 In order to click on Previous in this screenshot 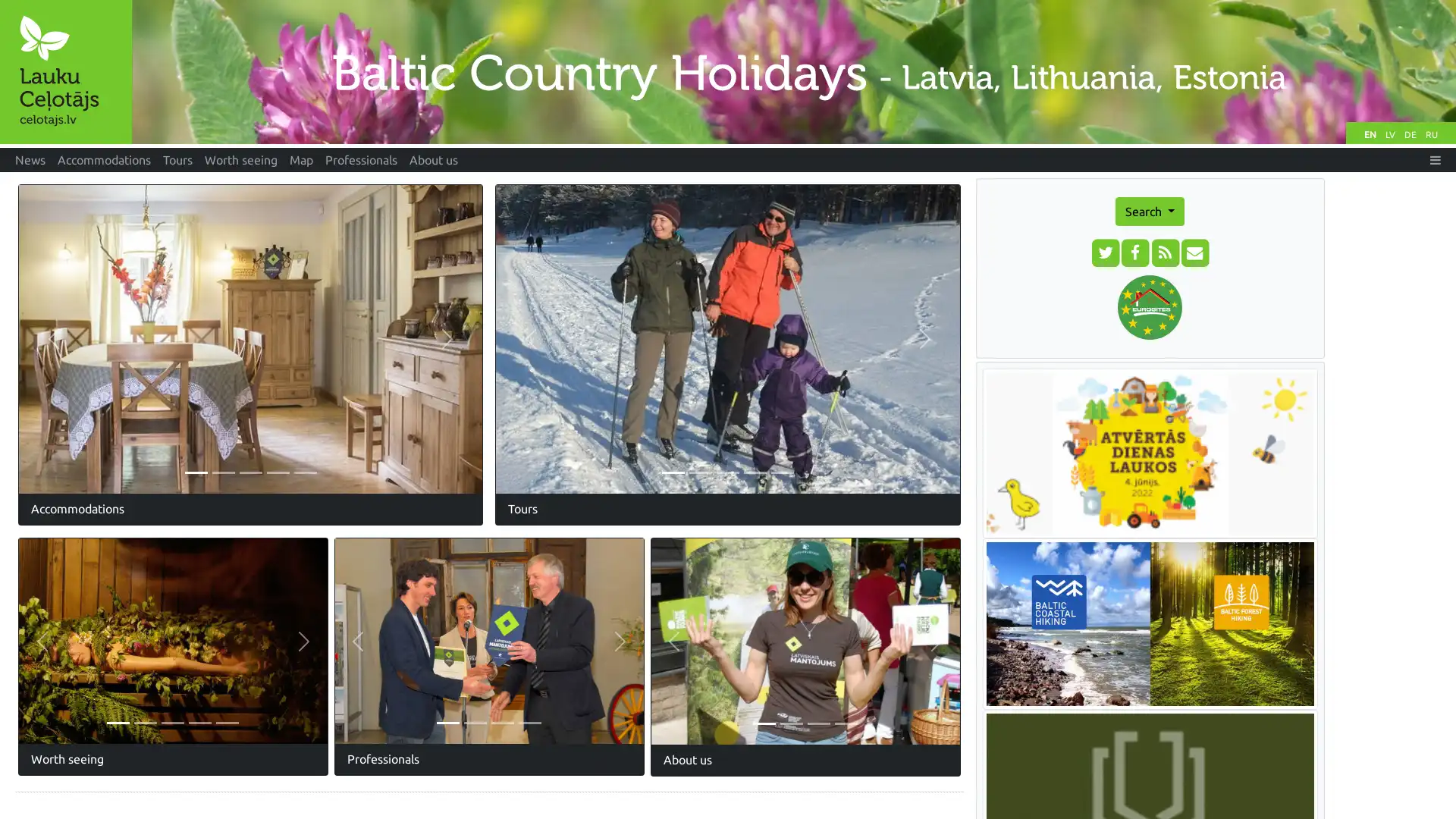, I will do `click(42, 641)`.